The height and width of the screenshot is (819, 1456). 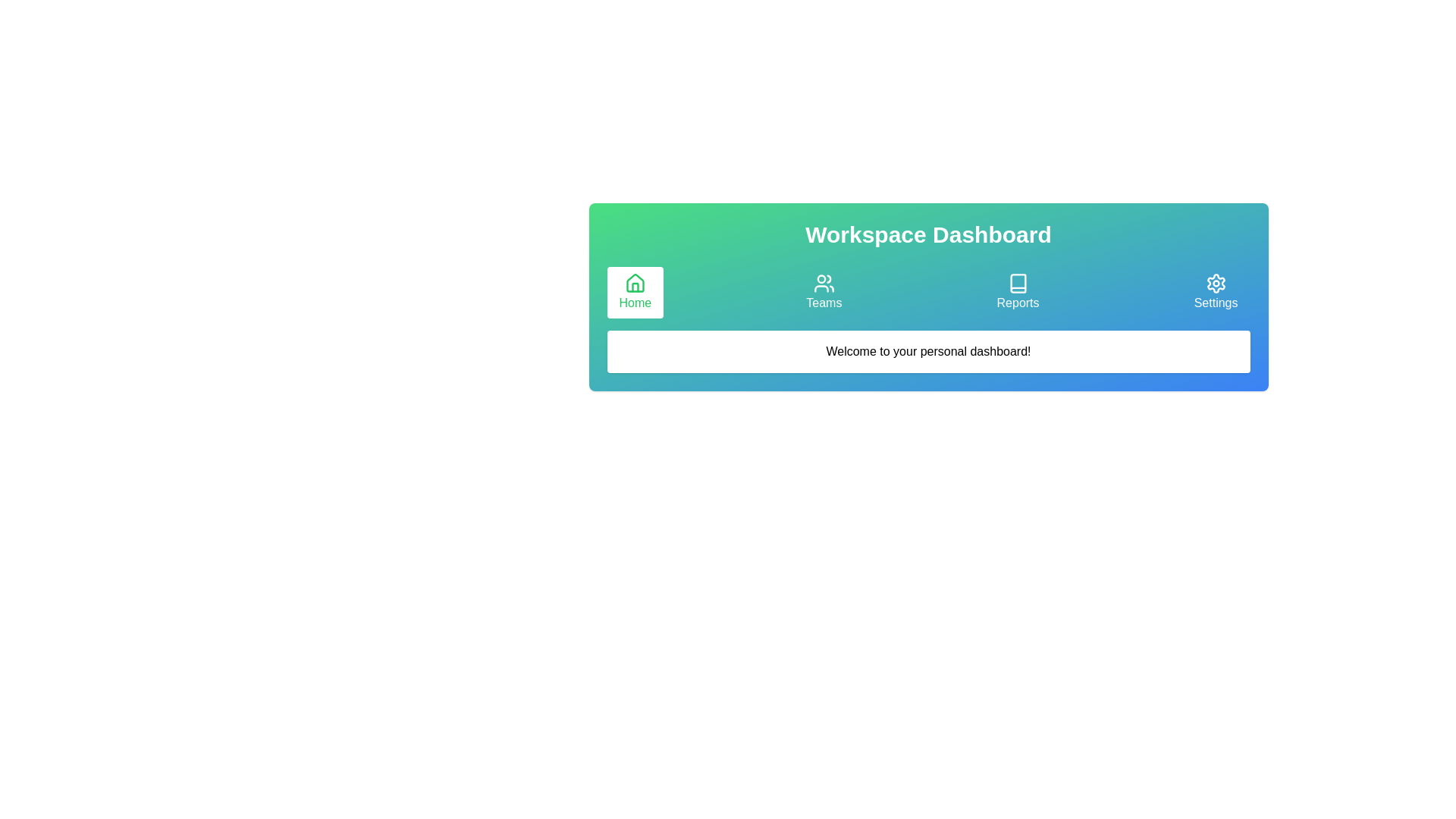 I want to click on the 'Settings' icon located in the top-right section of the header layout, so click(x=1216, y=284).